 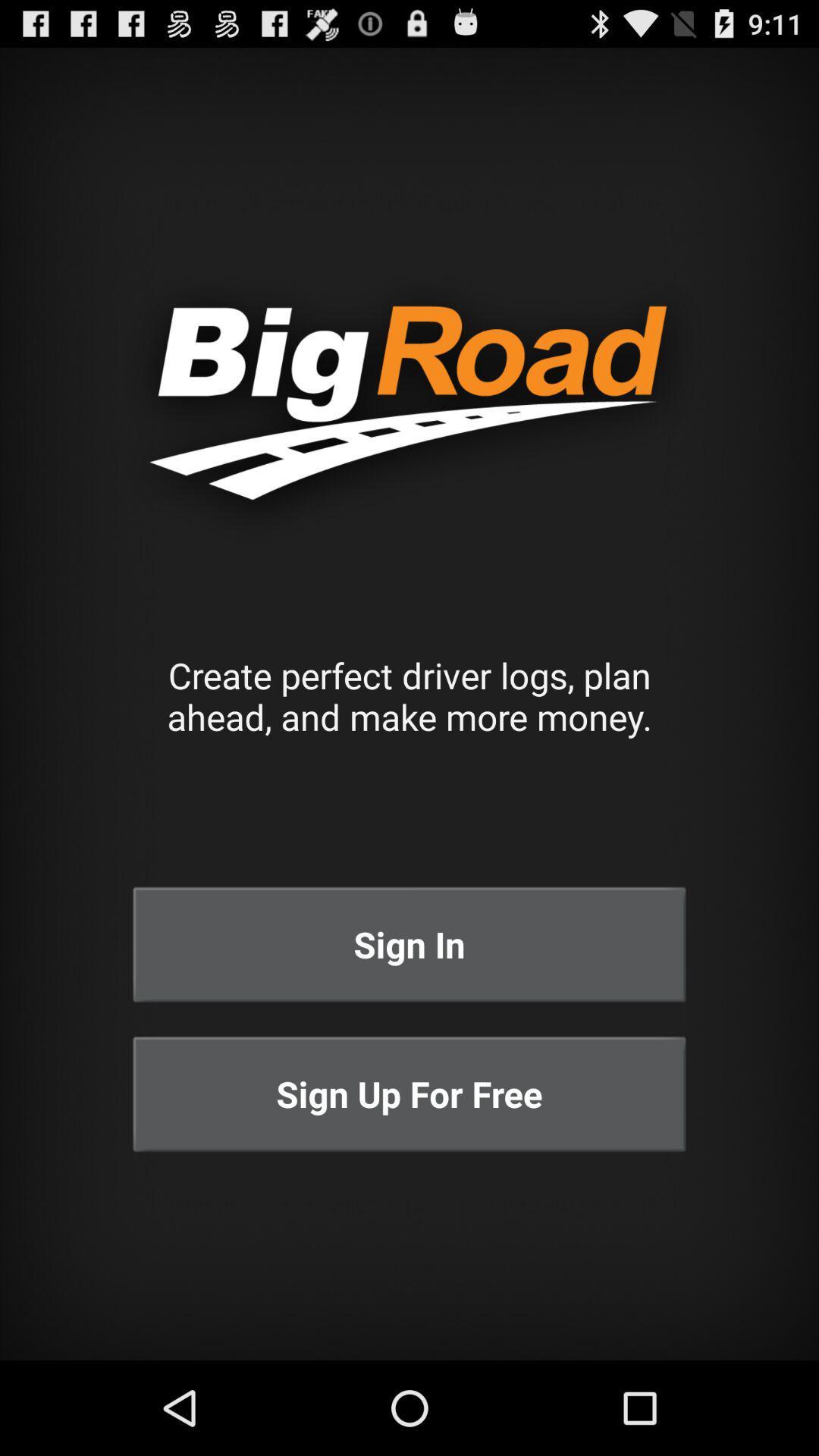 What do you see at coordinates (409, 943) in the screenshot?
I see `app below the create perfect driver icon` at bounding box center [409, 943].